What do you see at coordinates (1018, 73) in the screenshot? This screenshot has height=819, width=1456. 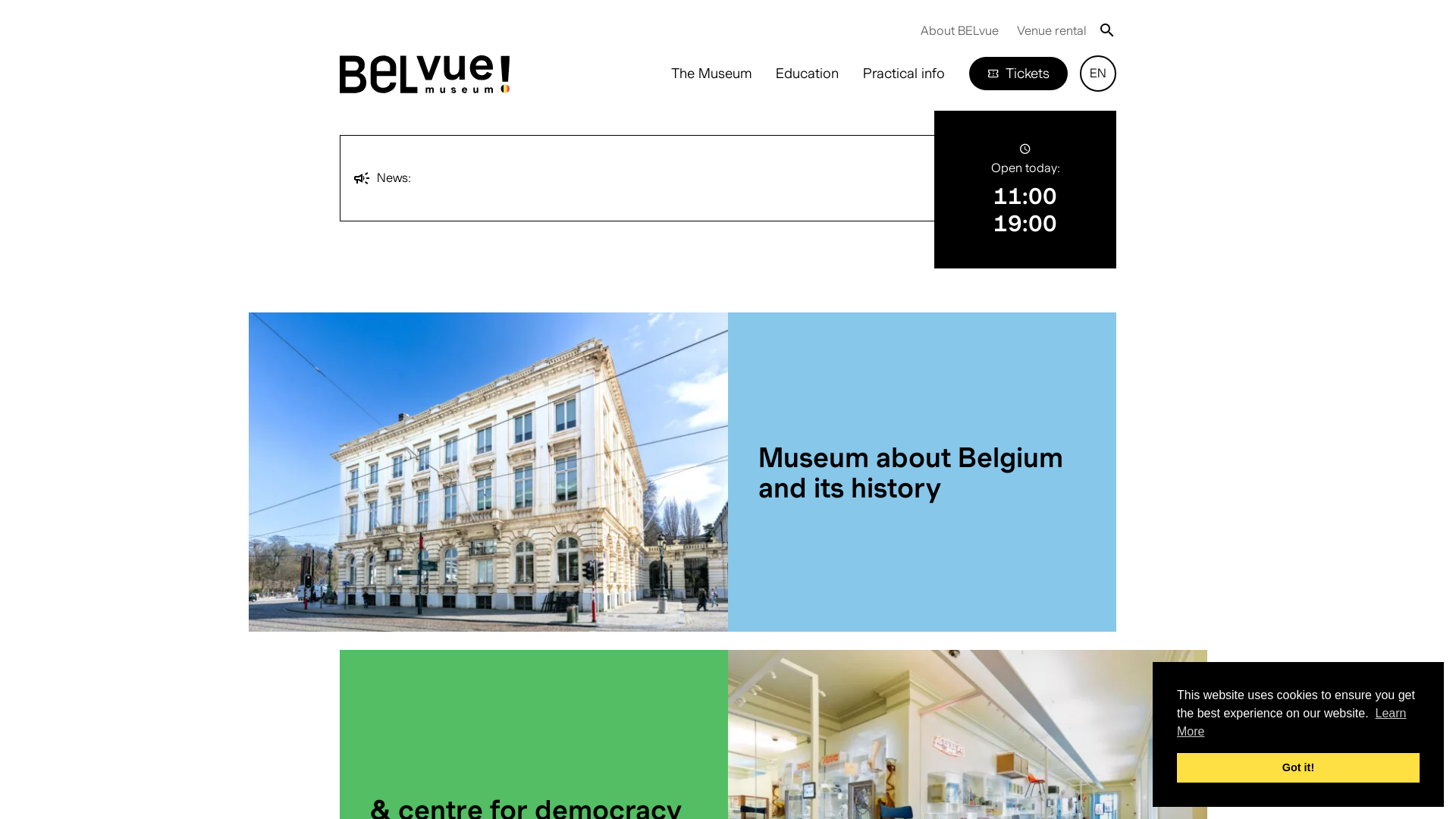 I see `'Tickets'` at bounding box center [1018, 73].